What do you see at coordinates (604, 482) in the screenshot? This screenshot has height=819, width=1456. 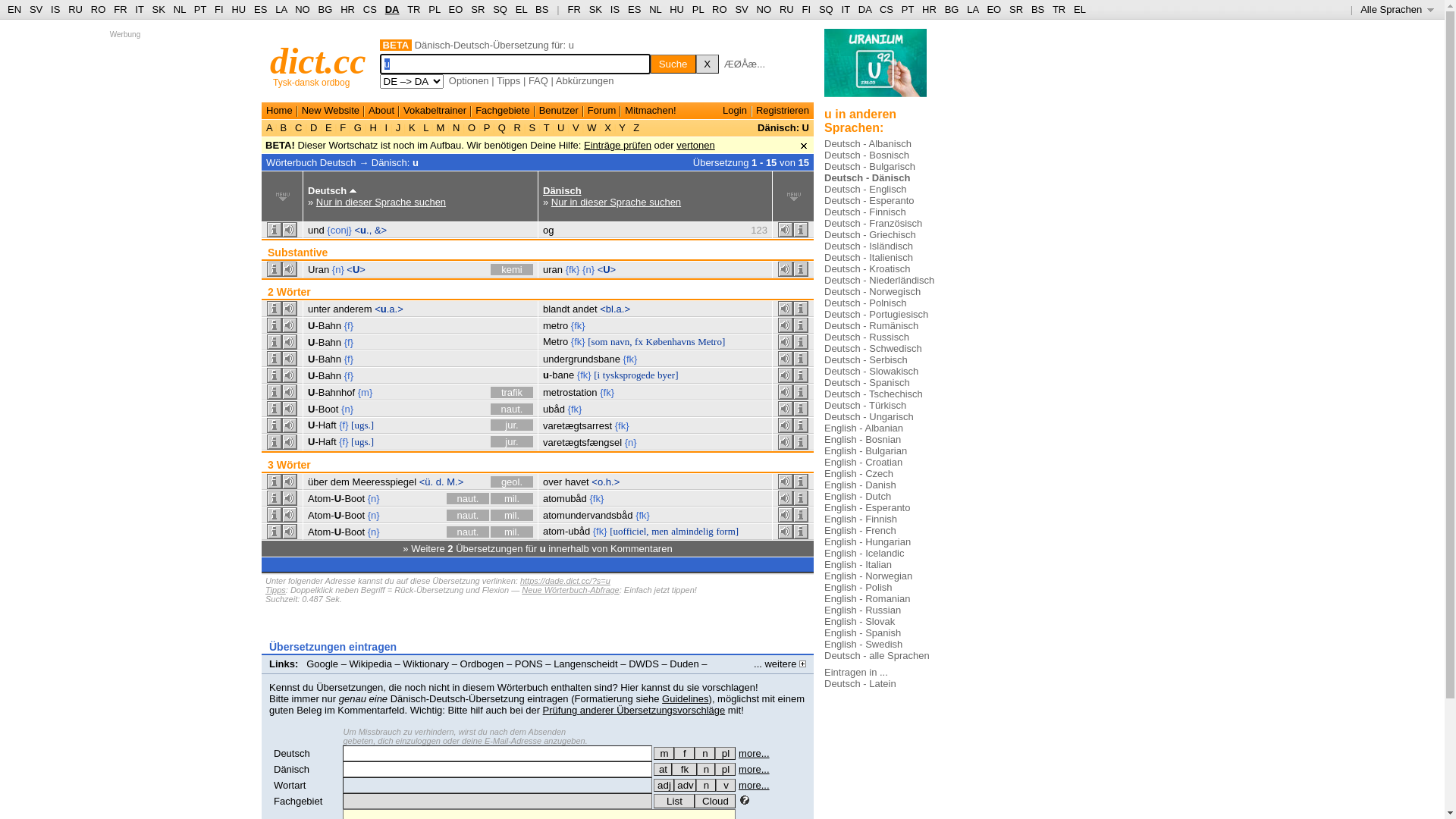 I see `'<o.h.>'` at bounding box center [604, 482].